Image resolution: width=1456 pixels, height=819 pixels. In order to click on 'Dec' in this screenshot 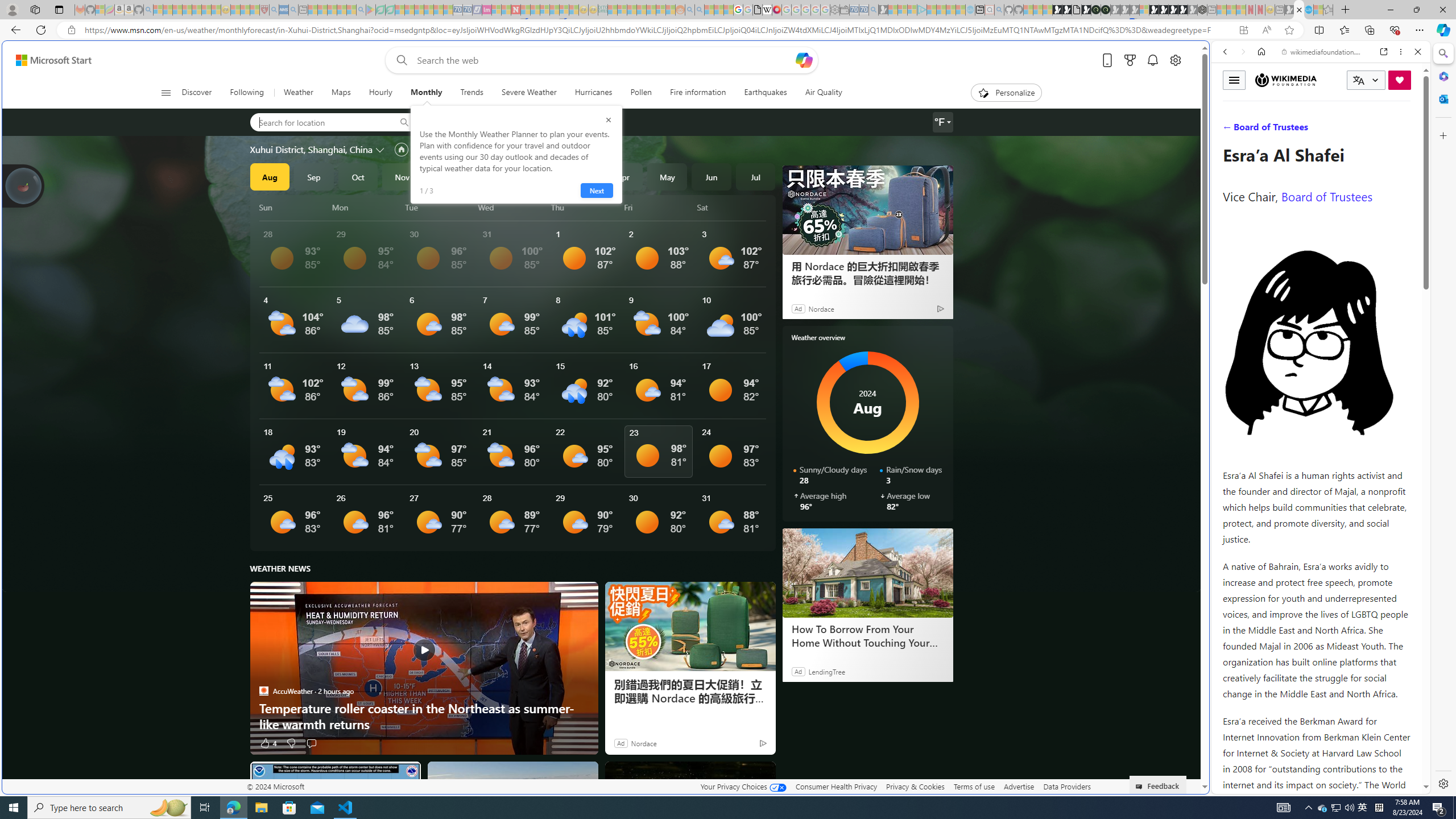, I will do `click(445, 176)`.